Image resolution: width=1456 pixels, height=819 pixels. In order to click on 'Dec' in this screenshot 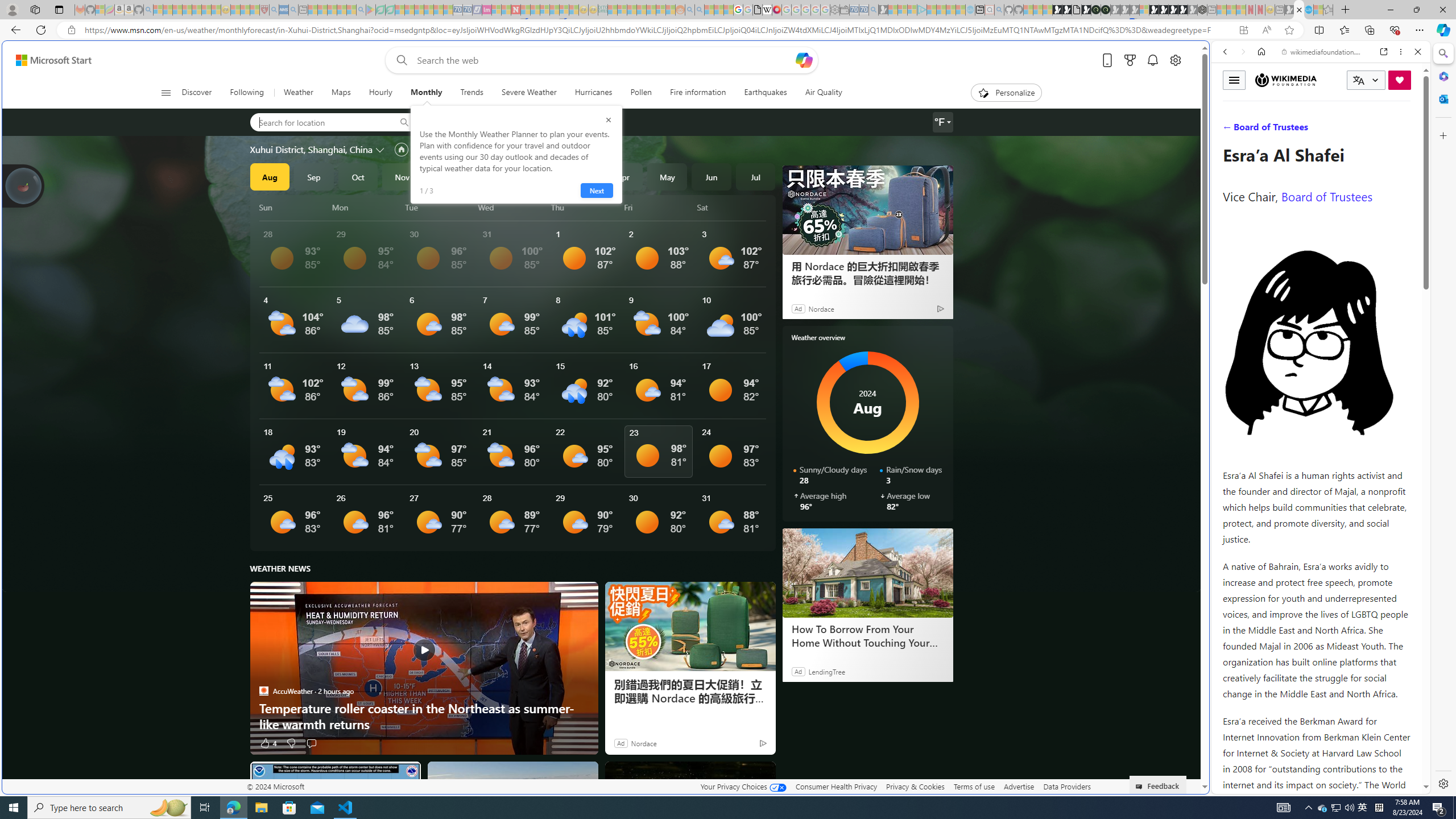, I will do `click(445, 176)`.